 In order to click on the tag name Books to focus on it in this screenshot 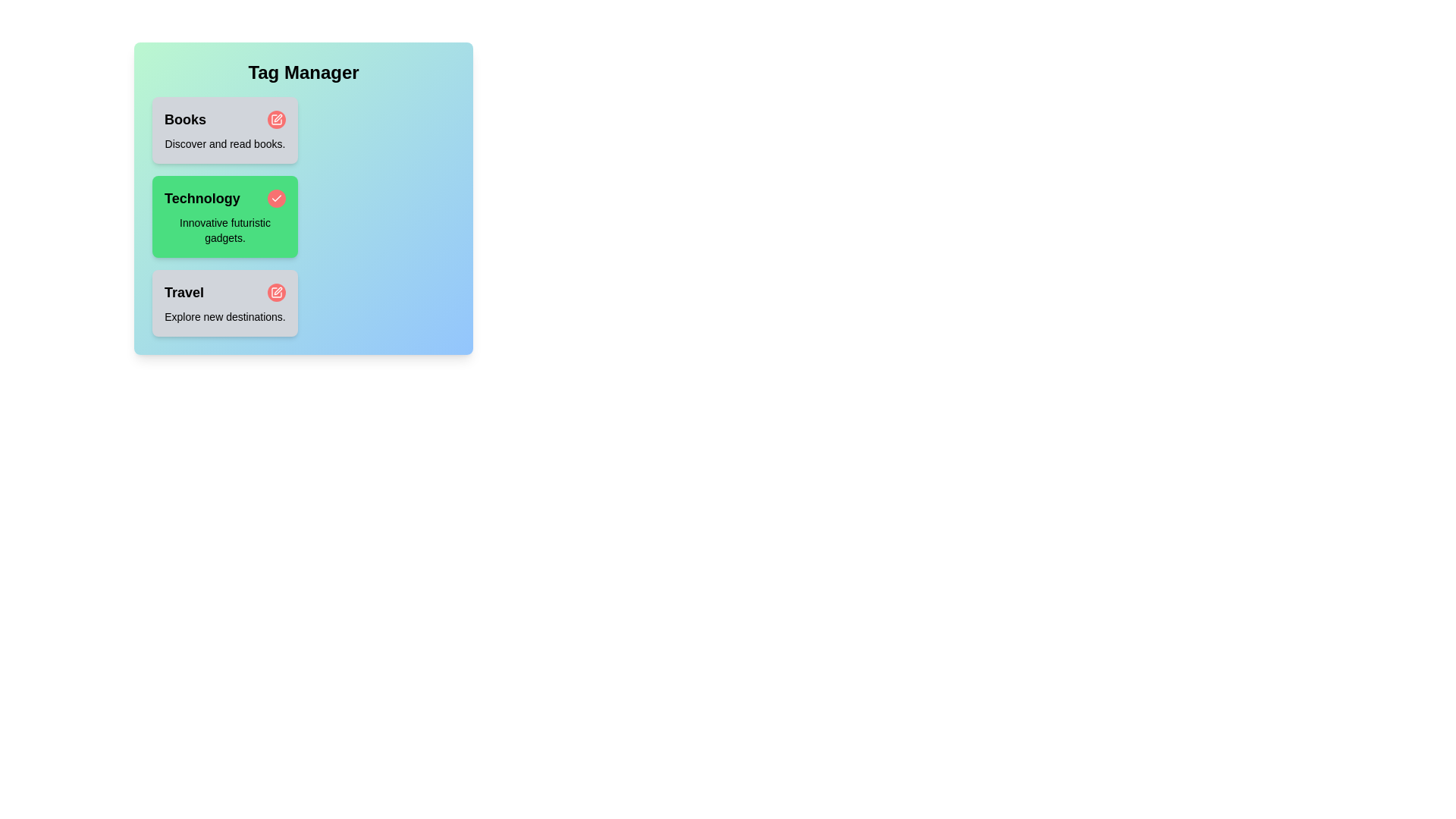, I will do `click(184, 119)`.